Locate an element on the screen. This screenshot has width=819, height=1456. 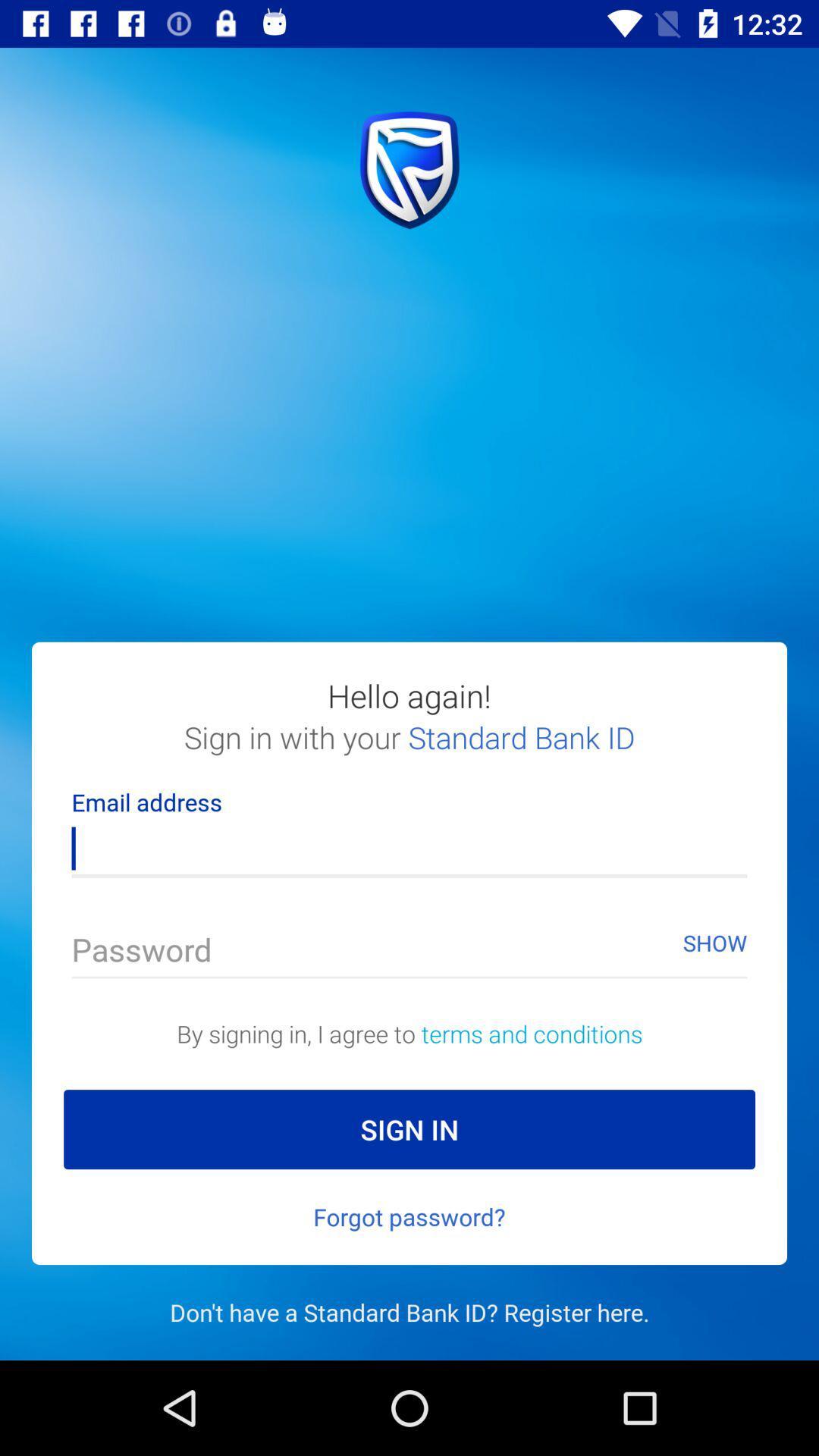
sign in is located at coordinates (409, 1129).